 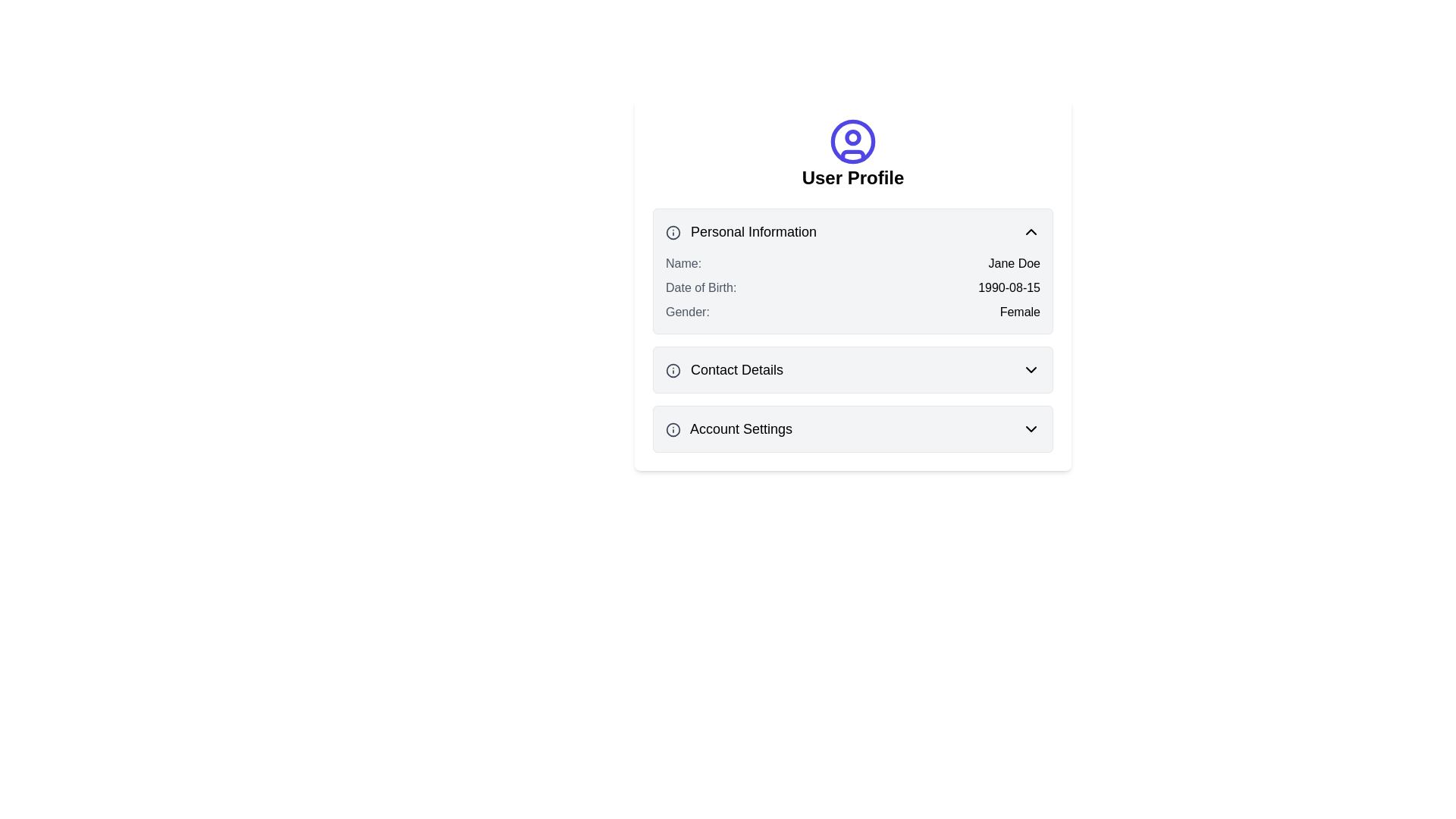 What do you see at coordinates (686, 312) in the screenshot?
I see `the 'Gender' label in the 'Personal Information' section, which is located below the 'Date of Birth' label and to the left of the value 'Female'` at bounding box center [686, 312].